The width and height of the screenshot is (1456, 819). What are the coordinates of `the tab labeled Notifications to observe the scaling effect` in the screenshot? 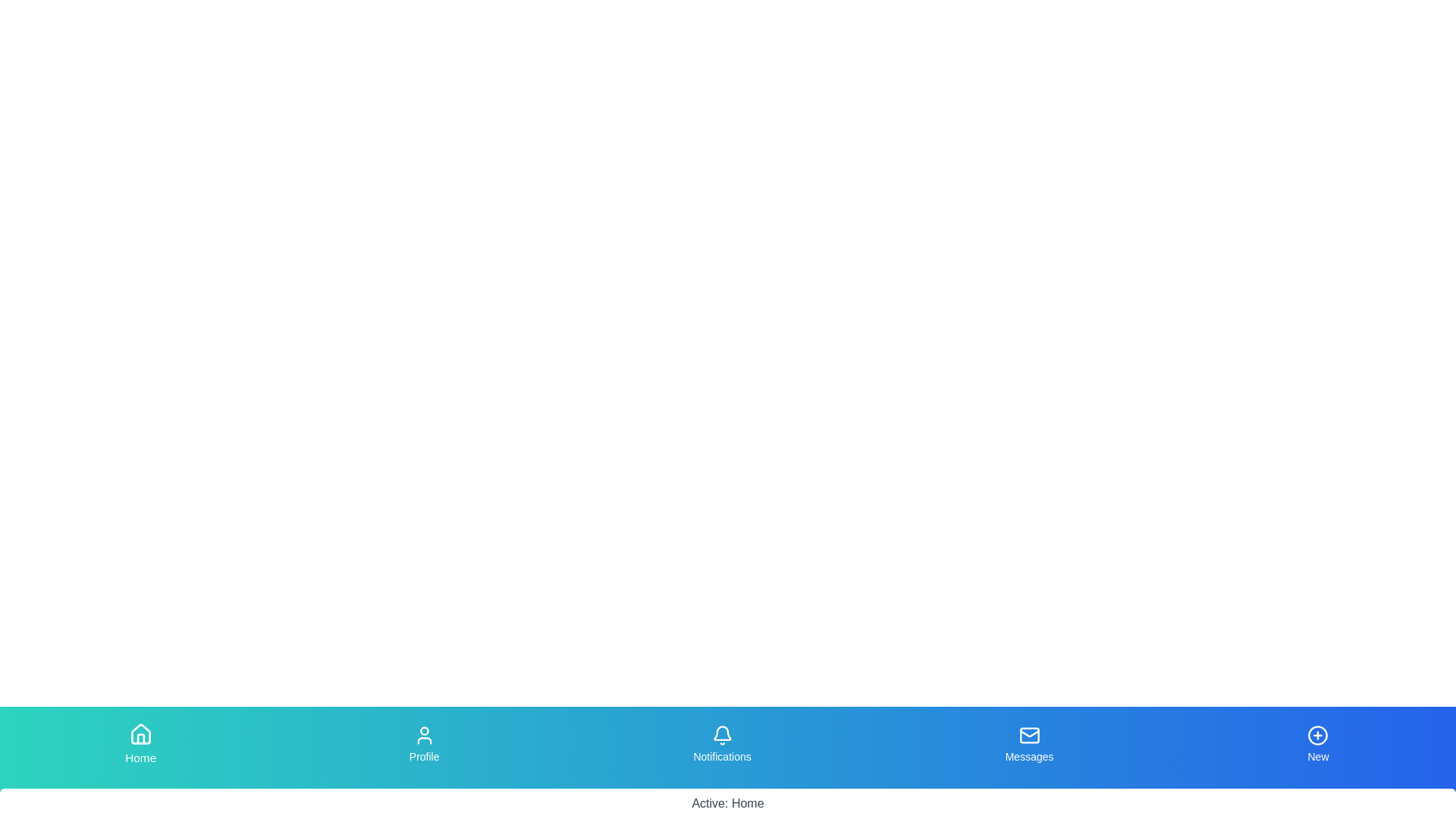 It's located at (720, 744).